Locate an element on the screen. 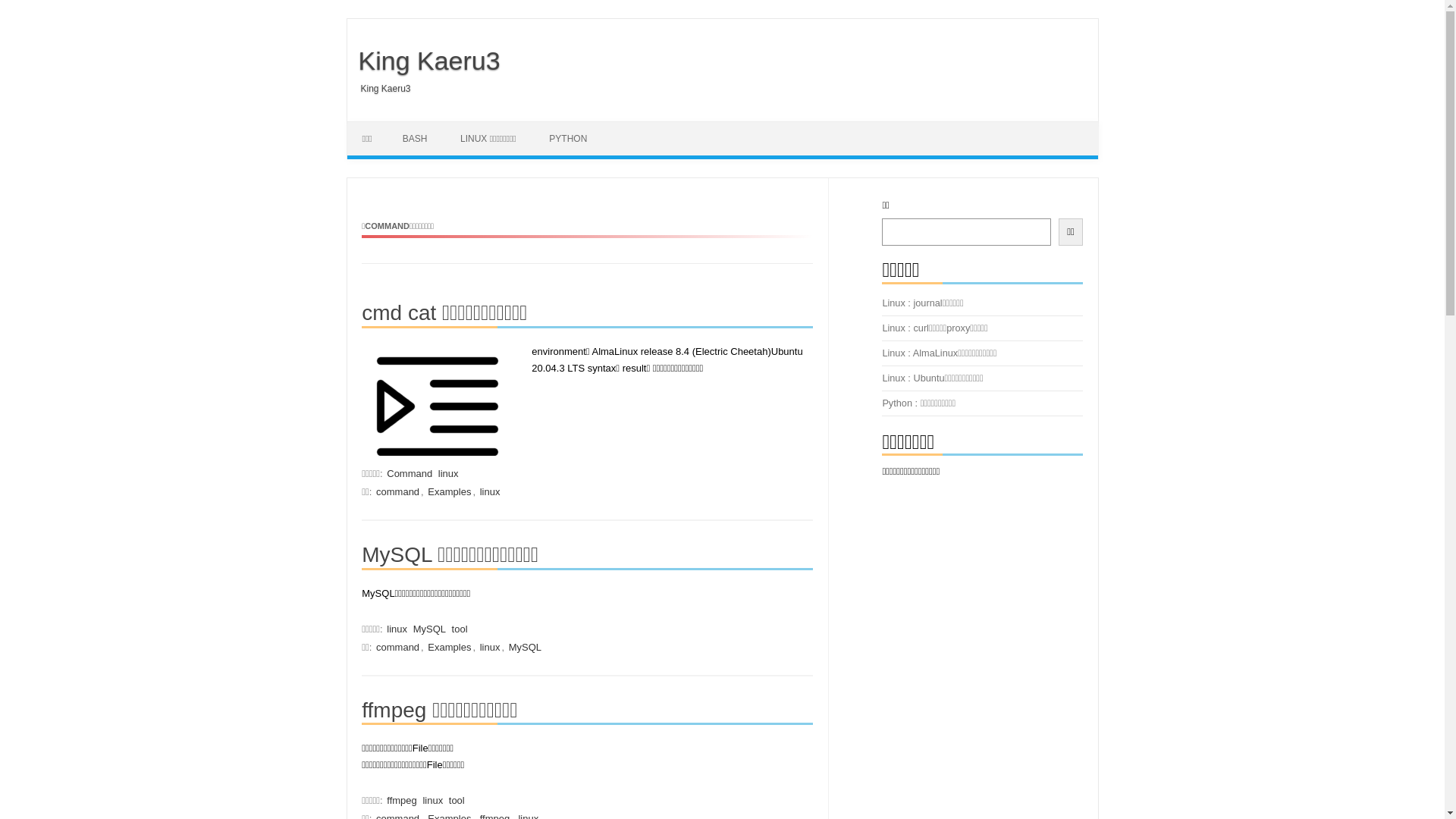  'King Kaeru3' is located at coordinates (346, 60).